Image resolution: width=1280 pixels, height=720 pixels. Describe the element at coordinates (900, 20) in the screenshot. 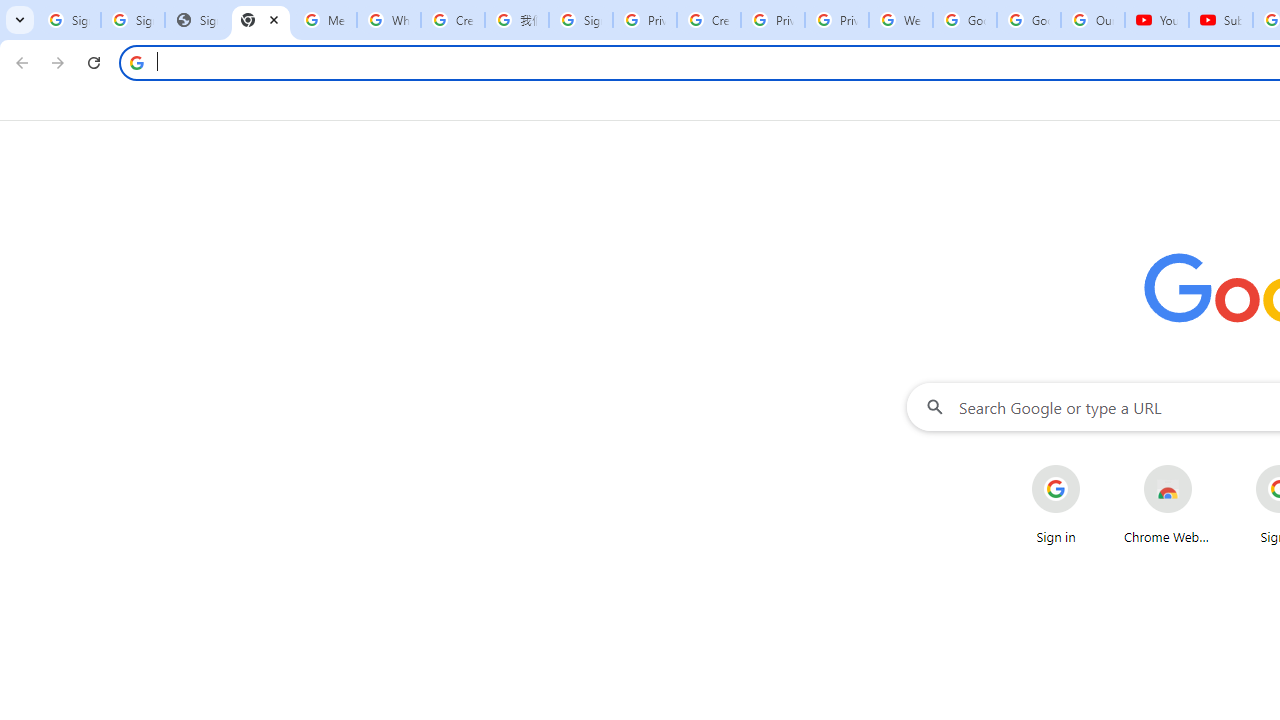

I see `'Welcome to My Activity'` at that location.